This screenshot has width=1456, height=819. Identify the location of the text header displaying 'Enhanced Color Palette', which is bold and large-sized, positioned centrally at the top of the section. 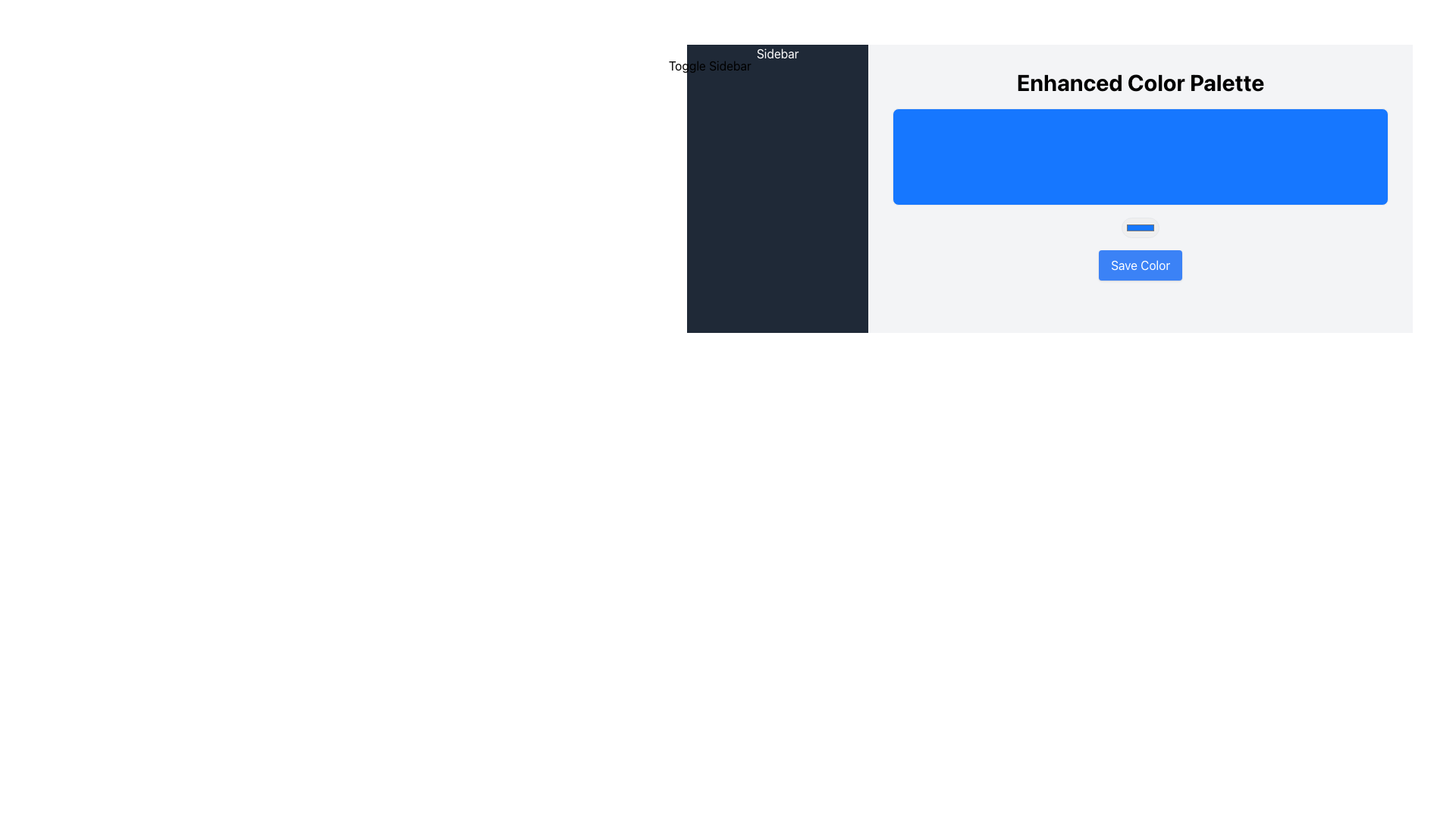
(1141, 82).